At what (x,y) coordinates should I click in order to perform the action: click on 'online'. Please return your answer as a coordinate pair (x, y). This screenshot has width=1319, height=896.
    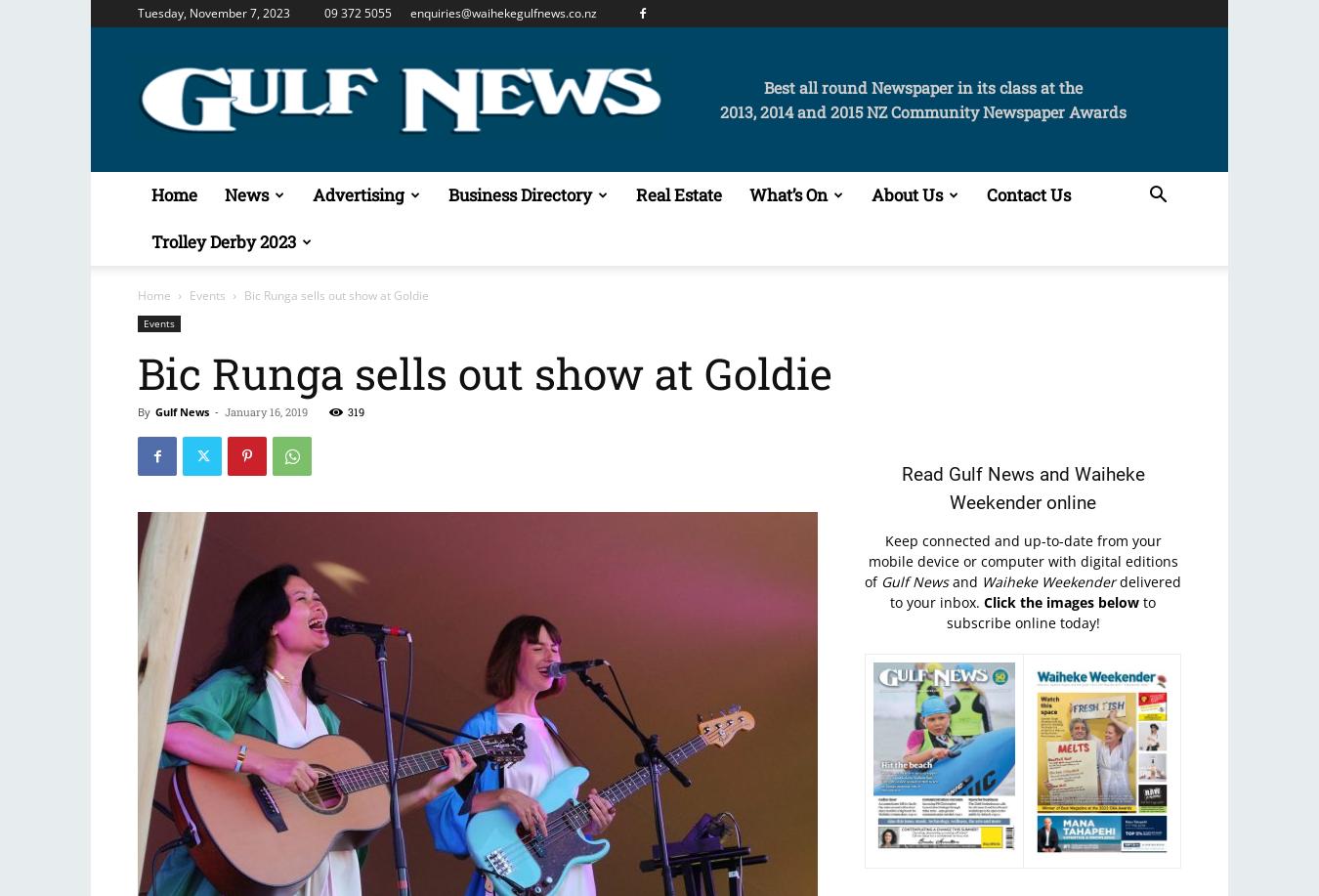
    Looking at the image, I should click on (1069, 501).